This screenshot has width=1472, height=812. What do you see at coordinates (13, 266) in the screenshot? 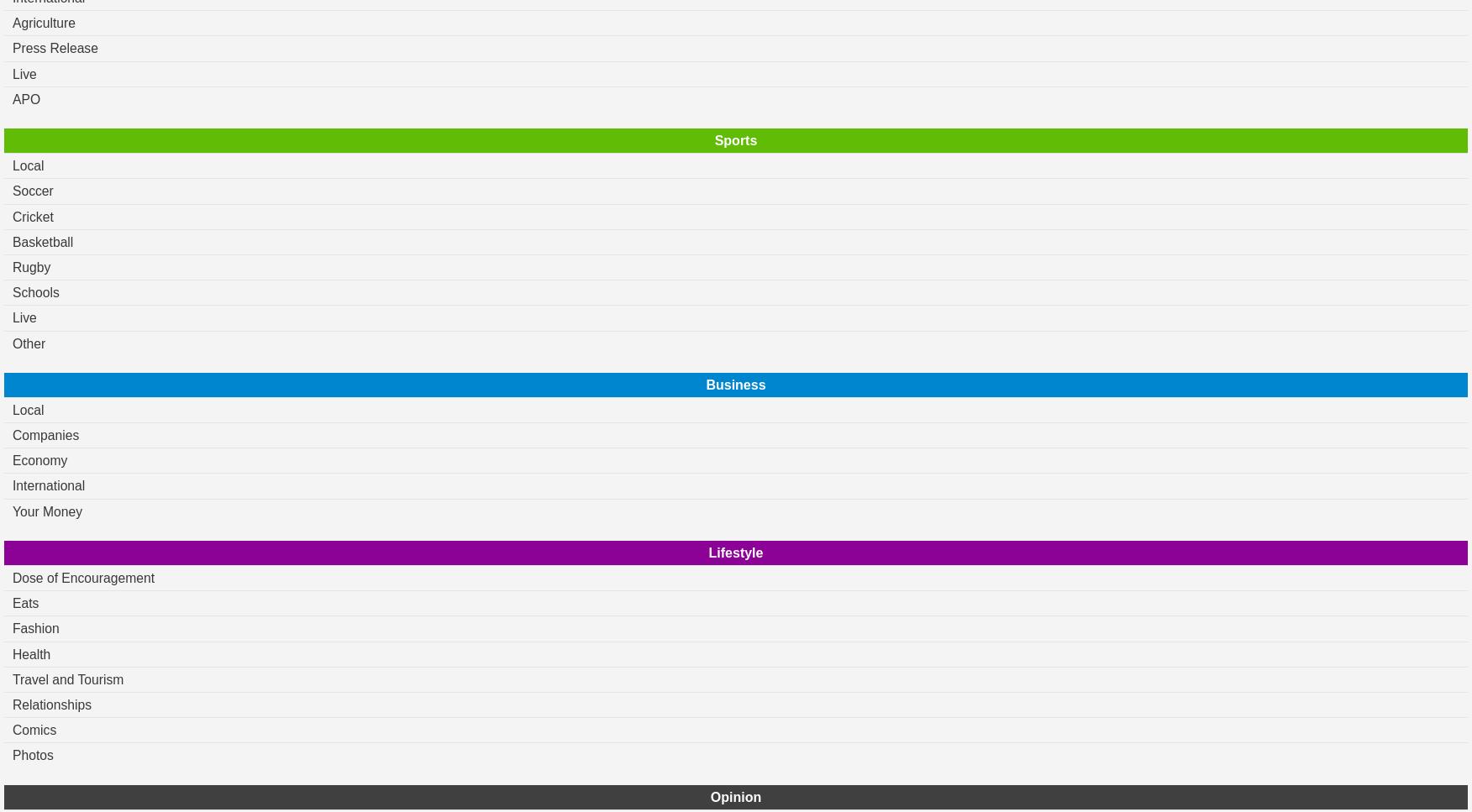
I see `'Rugby'` at bounding box center [13, 266].